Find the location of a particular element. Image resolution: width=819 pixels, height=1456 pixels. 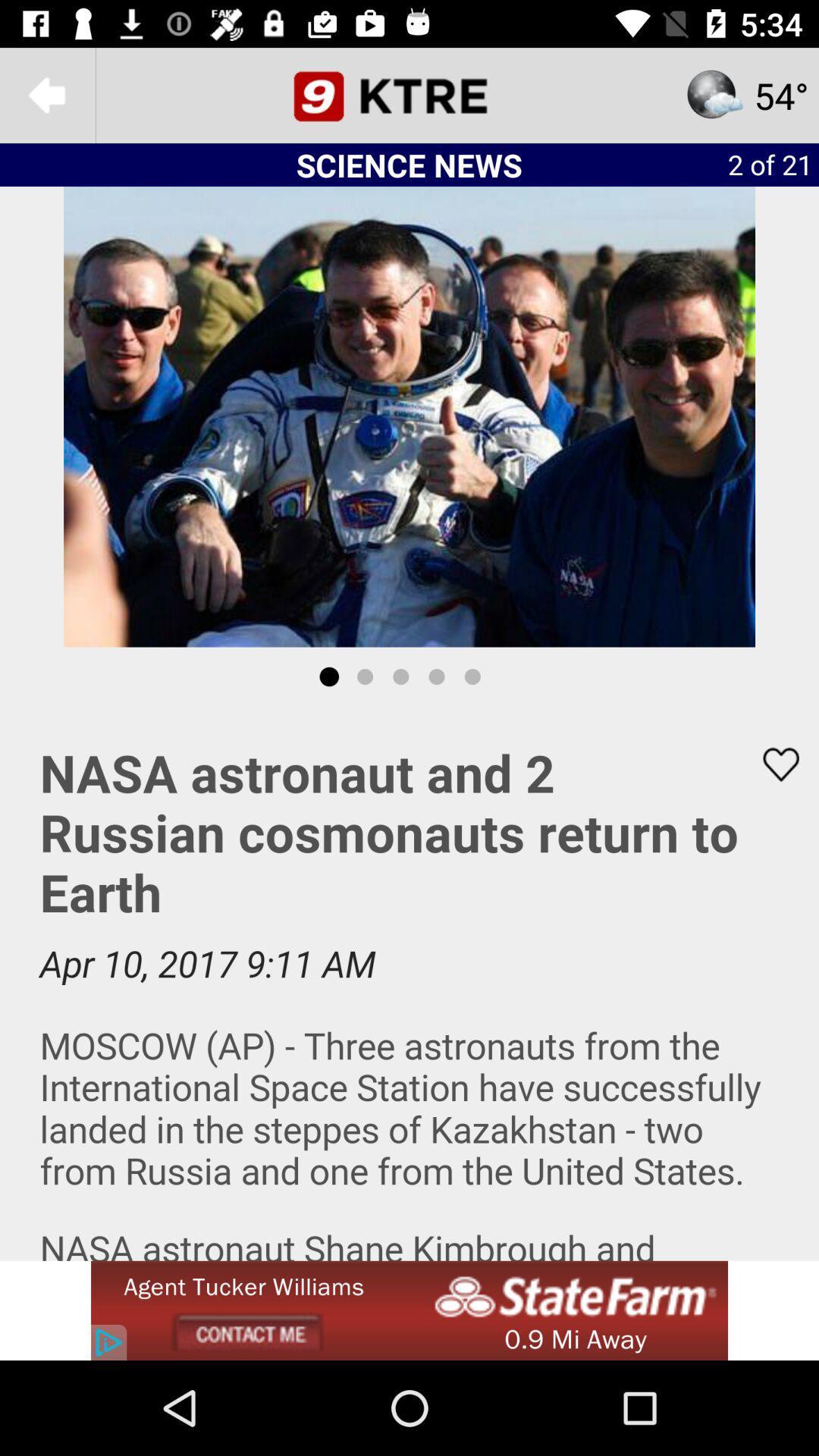

like button is located at coordinates (771, 764).